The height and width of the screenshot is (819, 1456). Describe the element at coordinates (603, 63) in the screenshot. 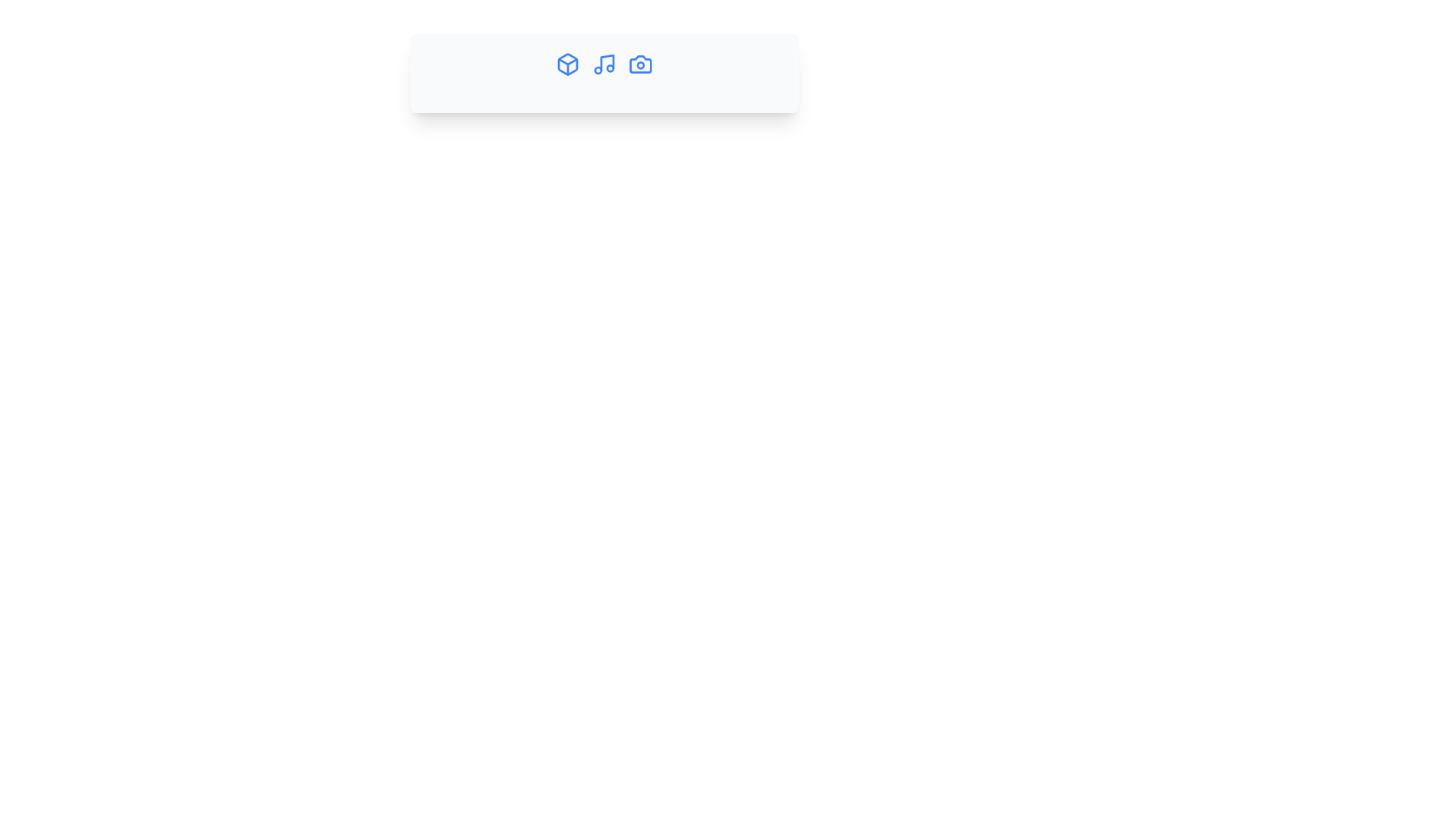

I see `the music function icon button, which is centrally located in a row of three icons, to scale it up` at that location.